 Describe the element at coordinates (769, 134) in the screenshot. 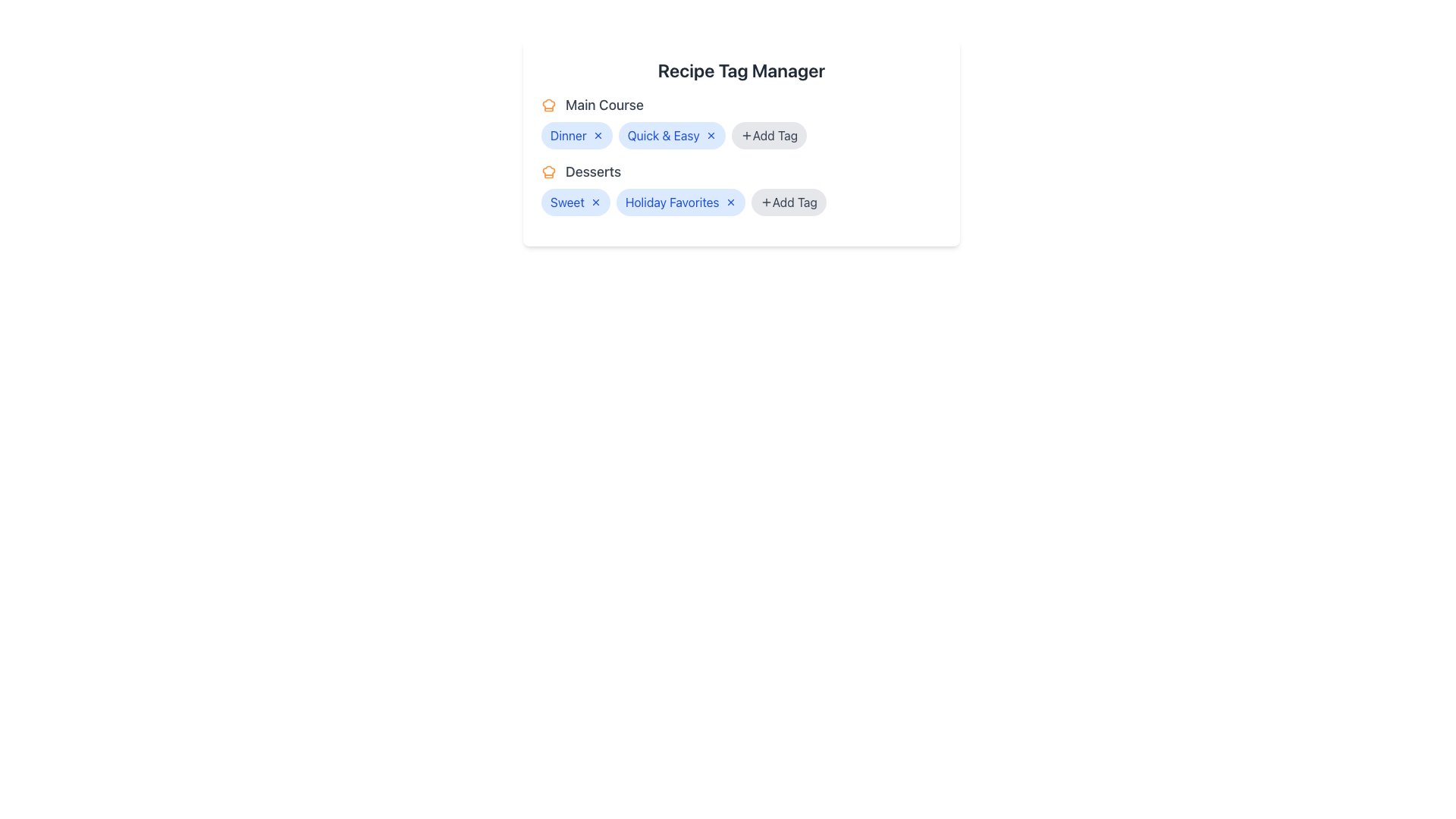

I see `the button` at that location.